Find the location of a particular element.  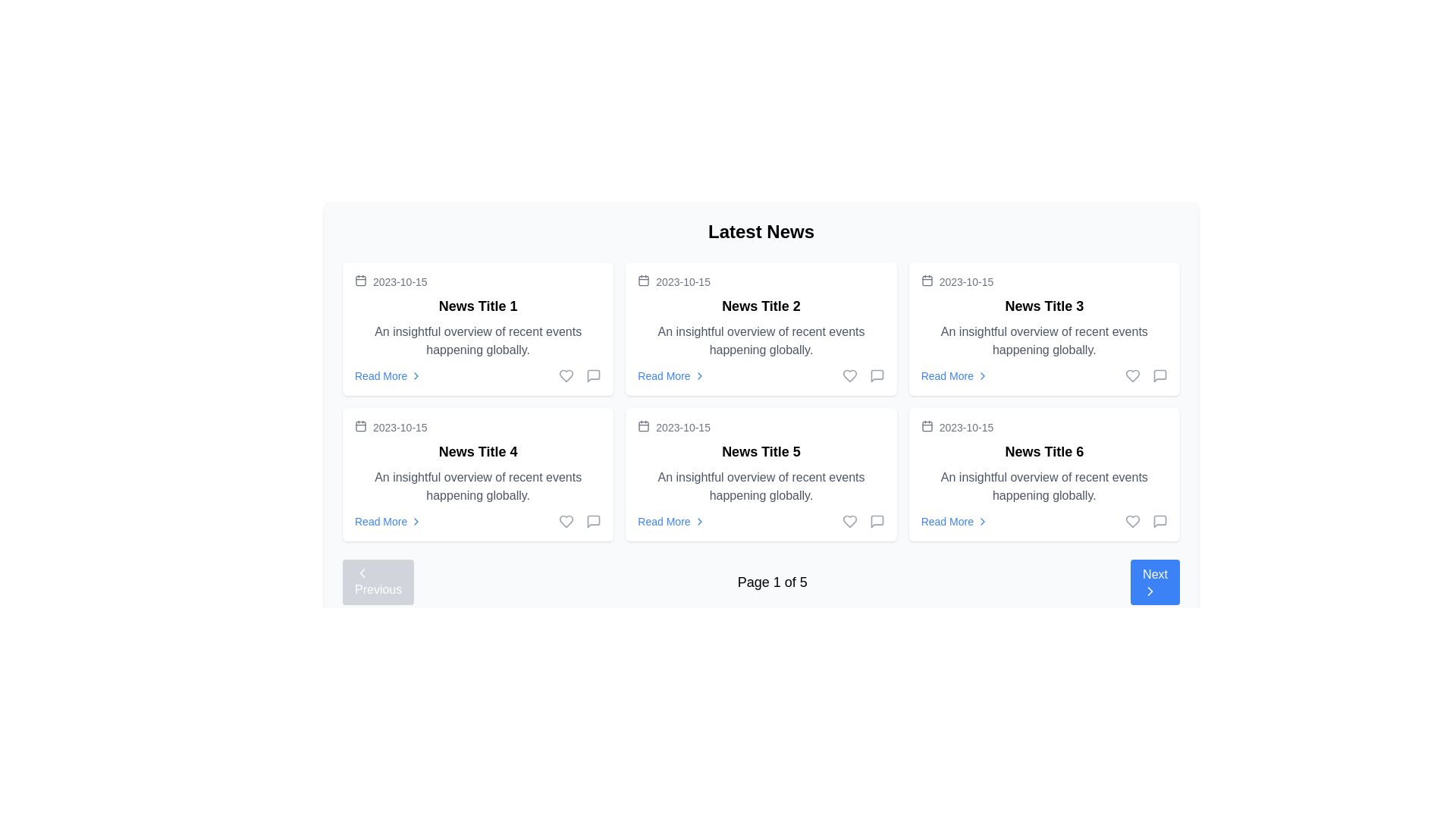

the 'Read More' hyperlink button located in the 'Latest News' section under 'News Title 3' is located at coordinates (954, 375).